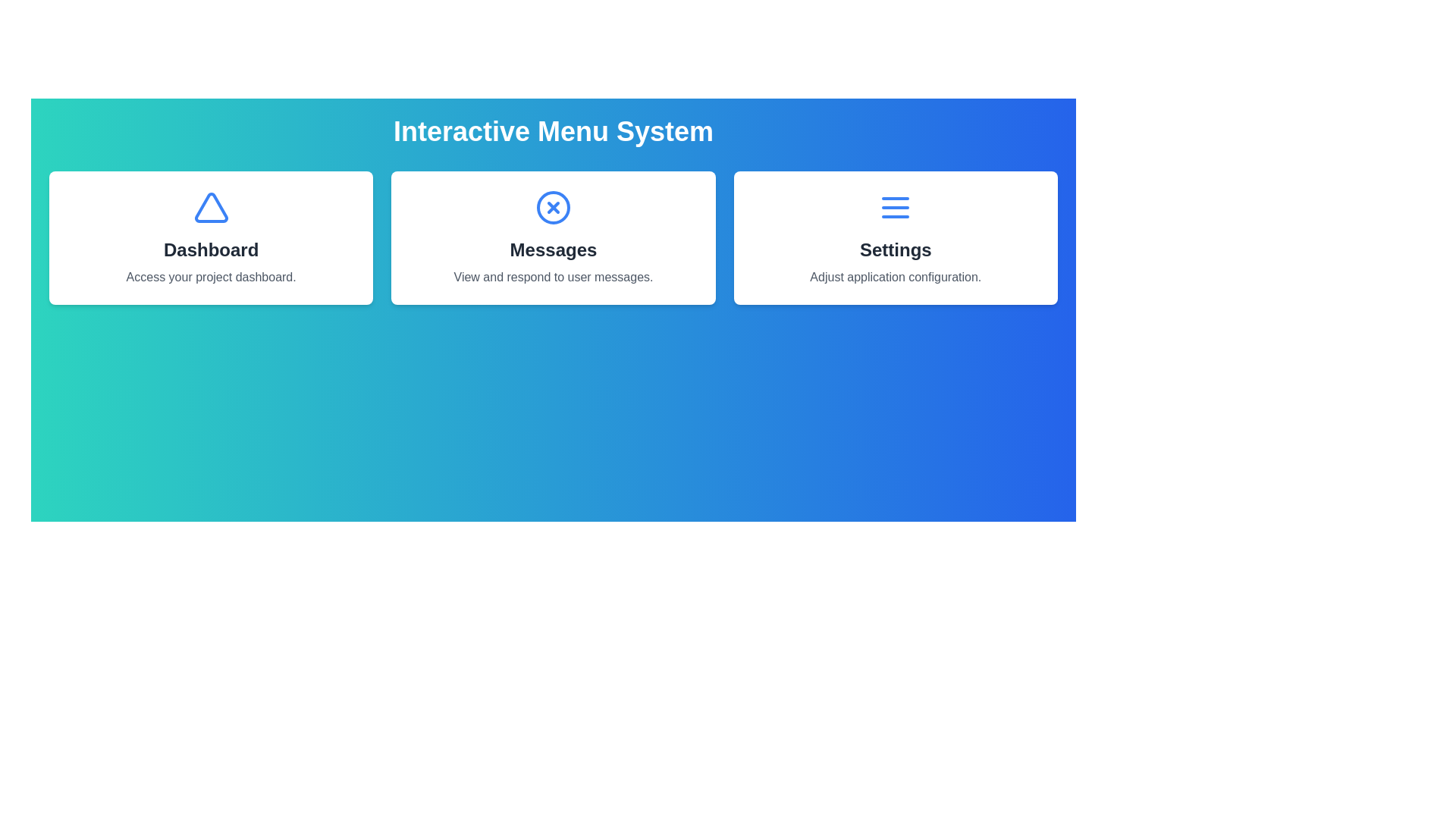 Image resolution: width=1456 pixels, height=819 pixels. I want to click on the decorative icon within the 'Dashboard' card's header section, which represents the concept of a dashboard, so click(210, 207).